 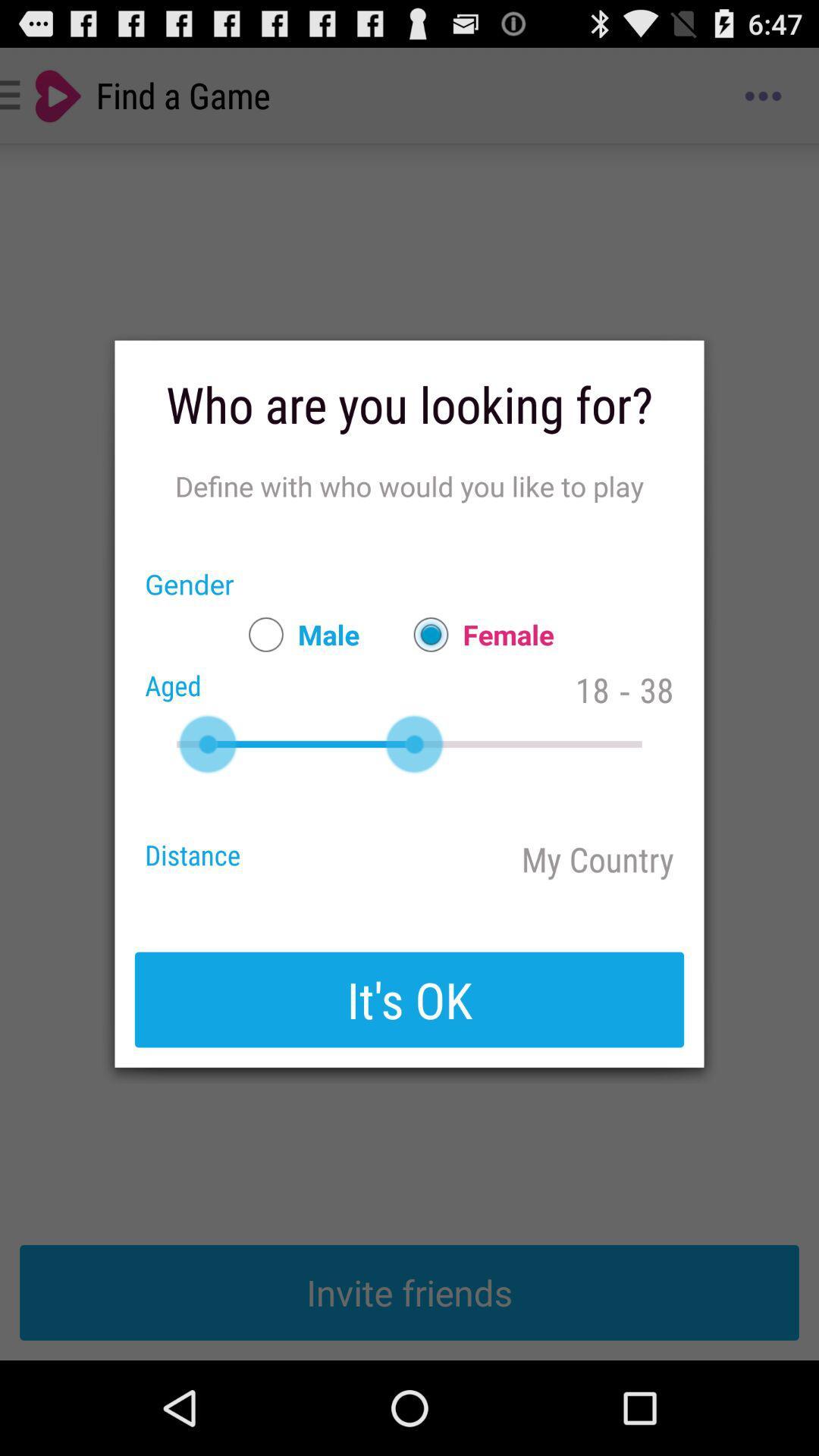 I want to click on icon to the right of male icon, so click(x=475, y=634).